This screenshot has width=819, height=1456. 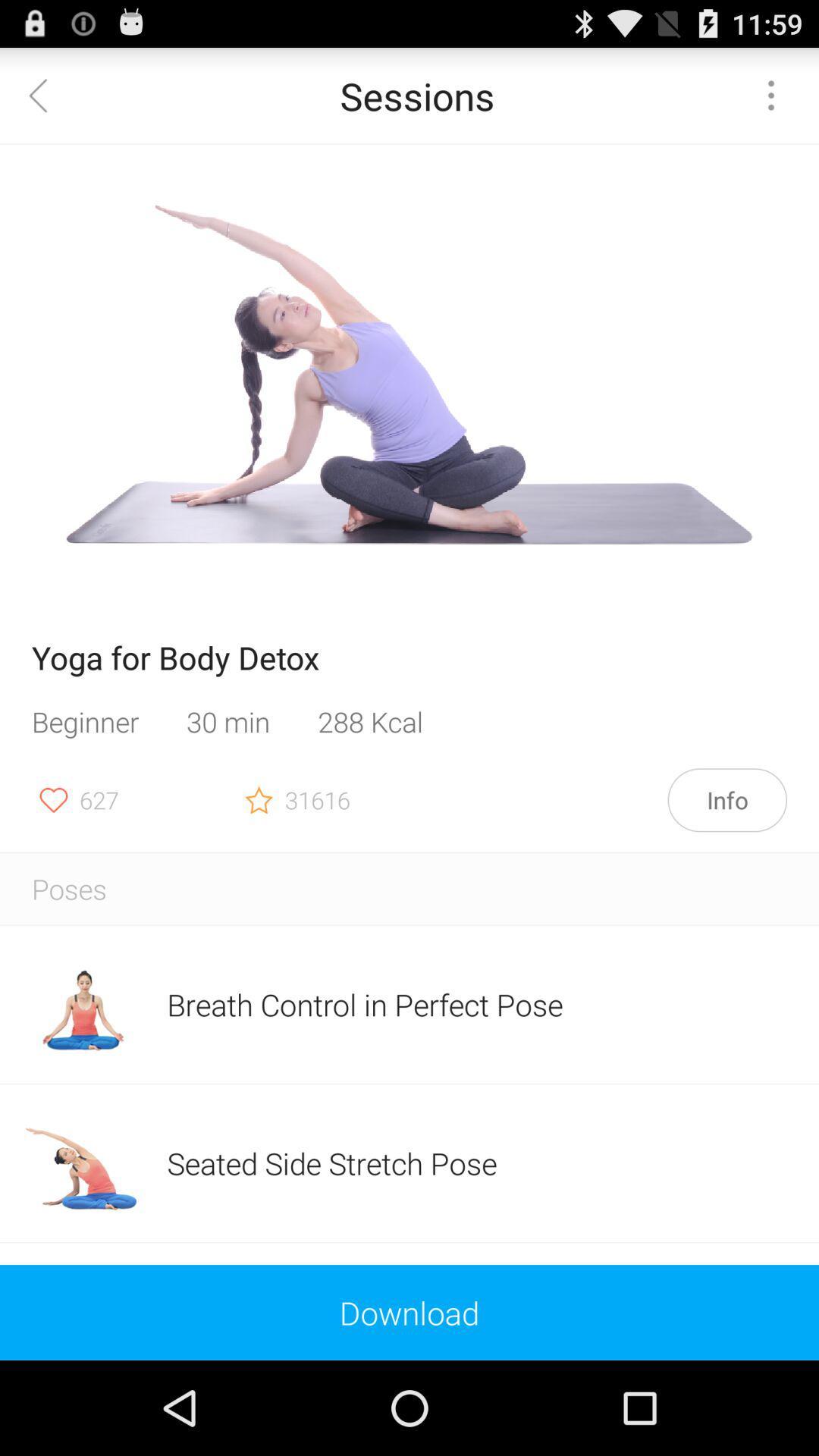 What do you see at coordinates (771, 101) in the screenshot?
I see `the more icon` at bounding box center [771, 101].